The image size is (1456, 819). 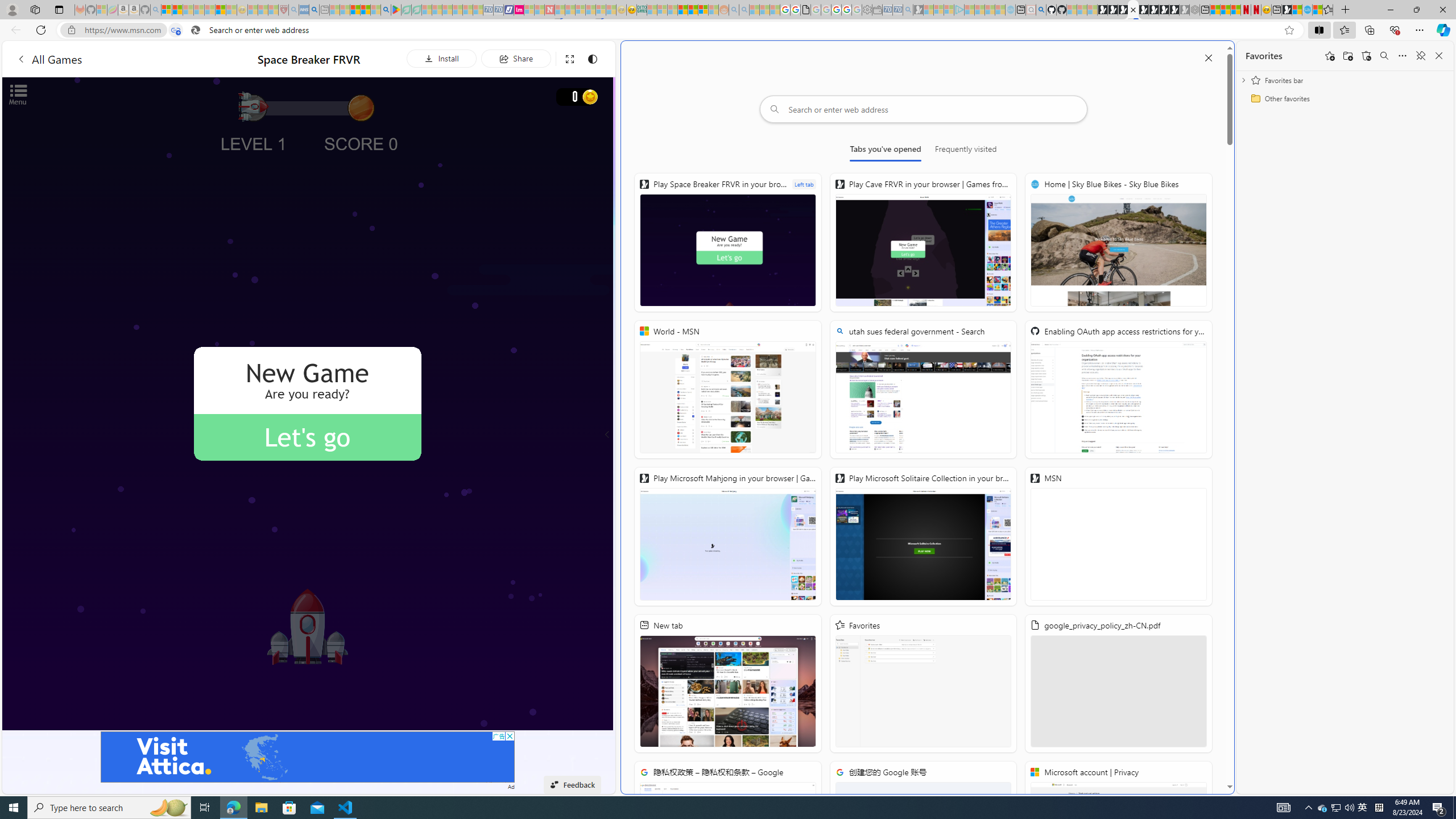 What do you see at coordinates (682, 9) in the screenshot?
I see `'Expert Portfolios'` at bounding box center [682, 9].